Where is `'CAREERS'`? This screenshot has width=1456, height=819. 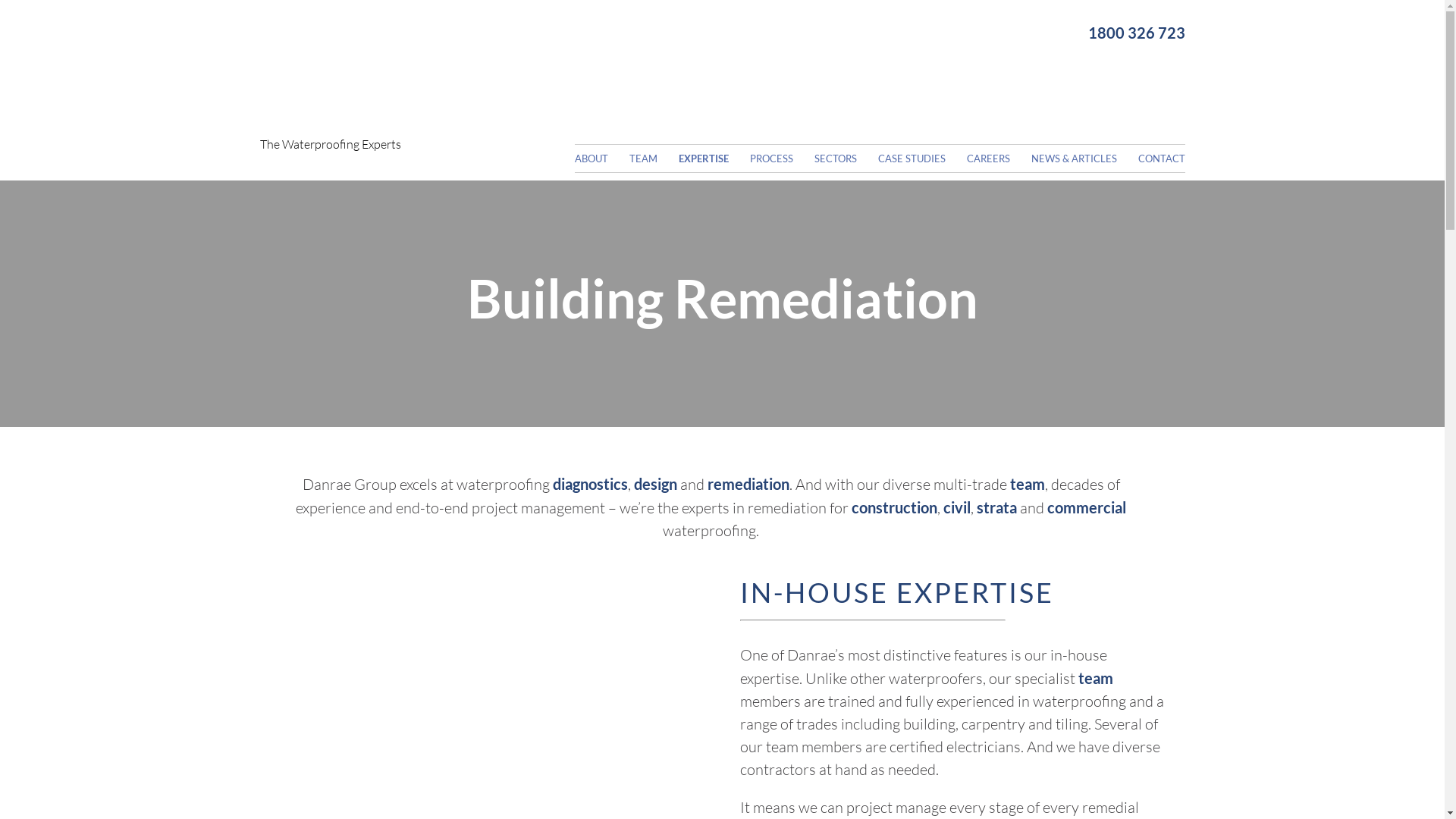 'CAREERS' is located at coordinates (997, 158).